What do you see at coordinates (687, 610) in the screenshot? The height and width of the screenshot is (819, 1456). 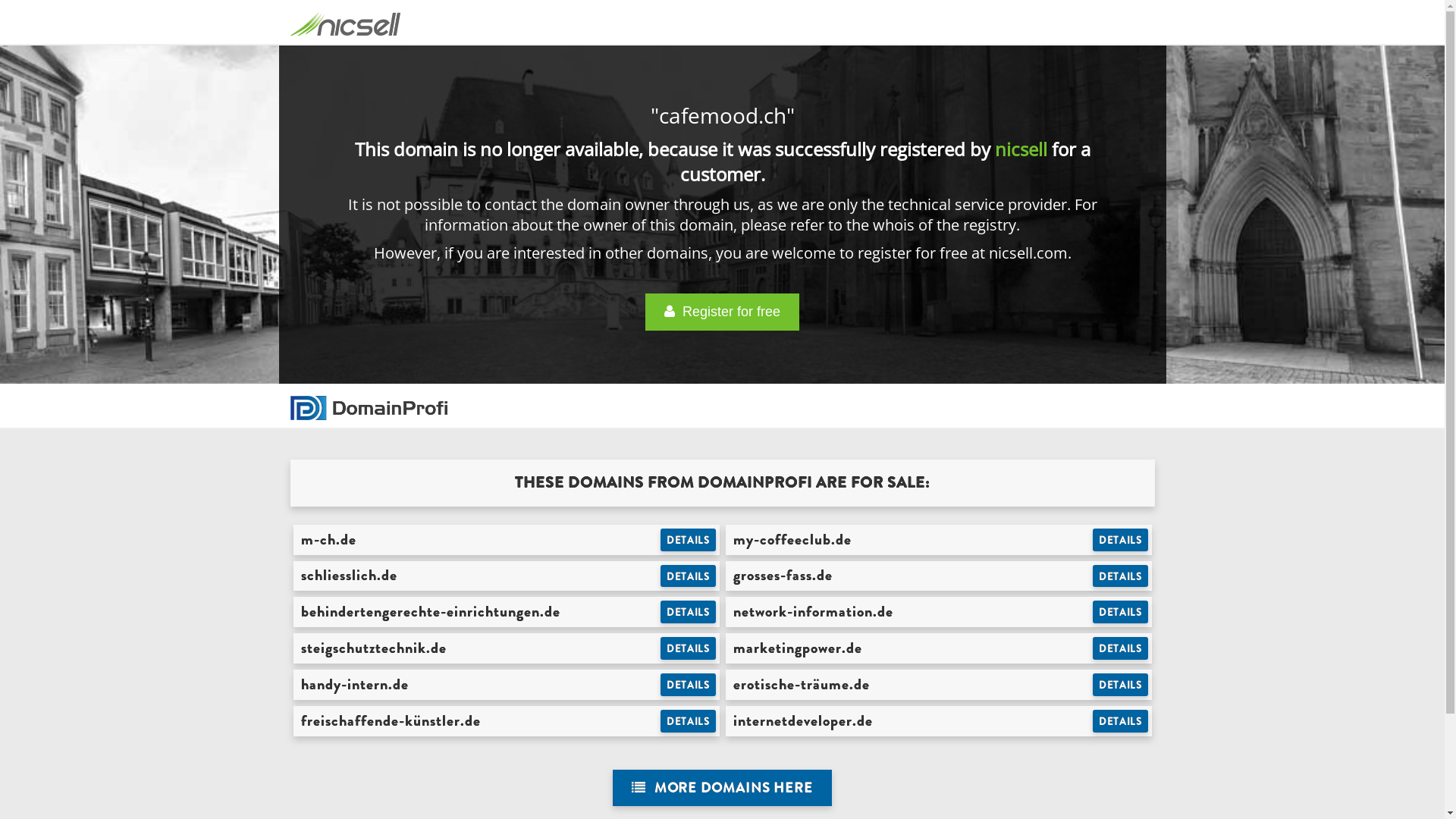 I see `'DETAILS'` at bounding box center [687, 610].